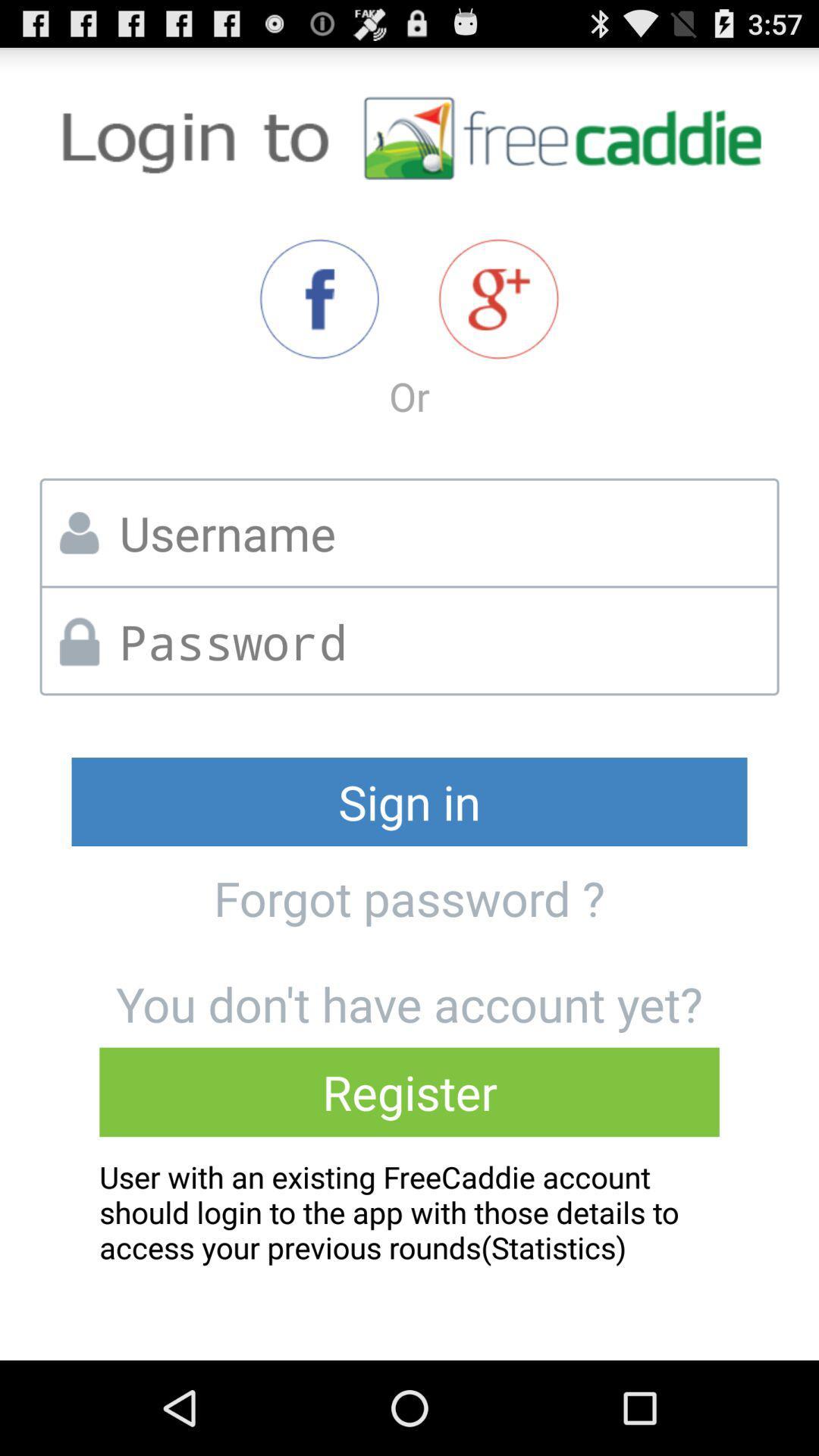 The image size is (819, 1456). I want to click on the facebook icon, so click(318, 319).